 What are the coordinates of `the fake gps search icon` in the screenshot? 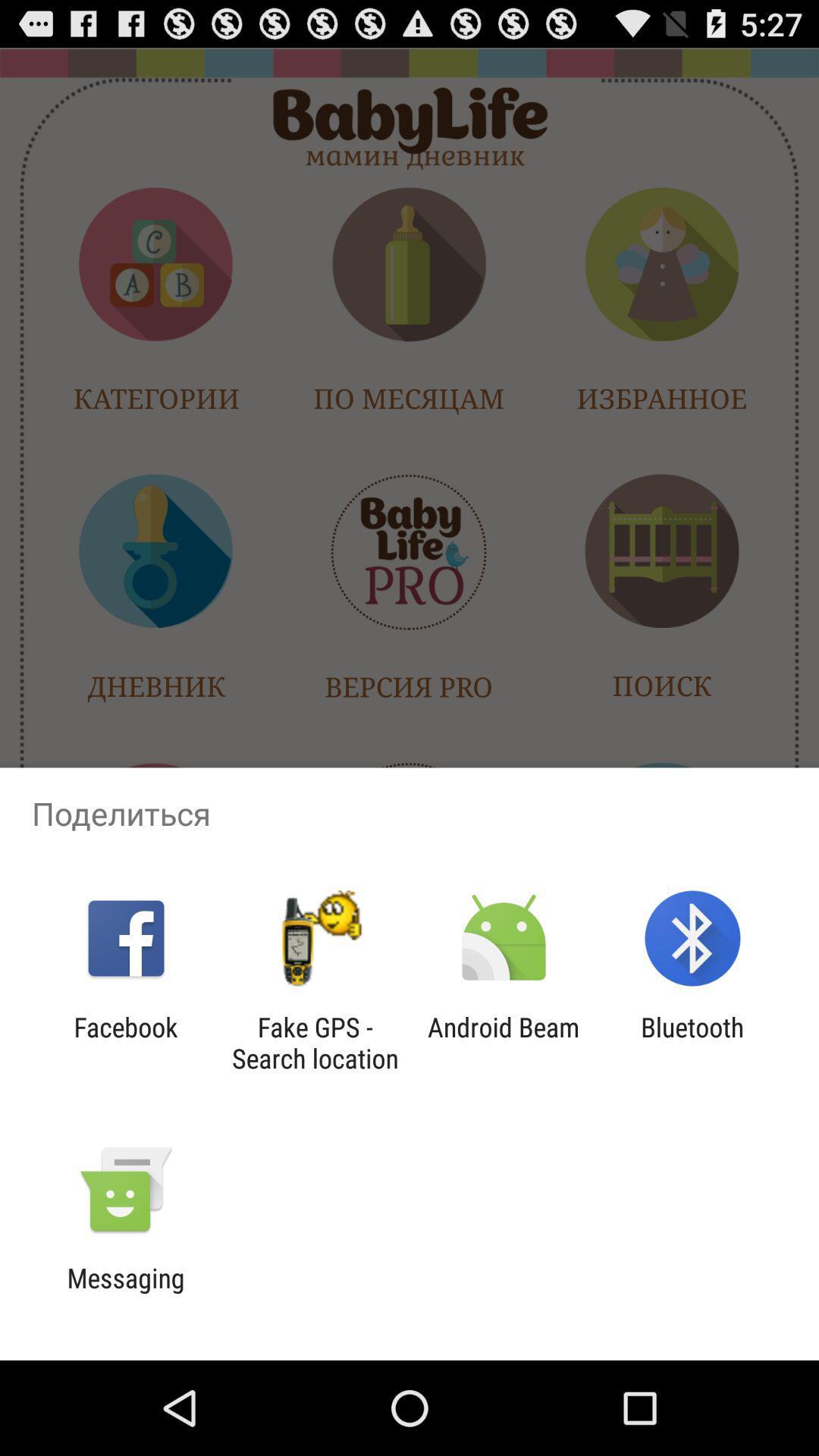 It's located at (314, 1042).